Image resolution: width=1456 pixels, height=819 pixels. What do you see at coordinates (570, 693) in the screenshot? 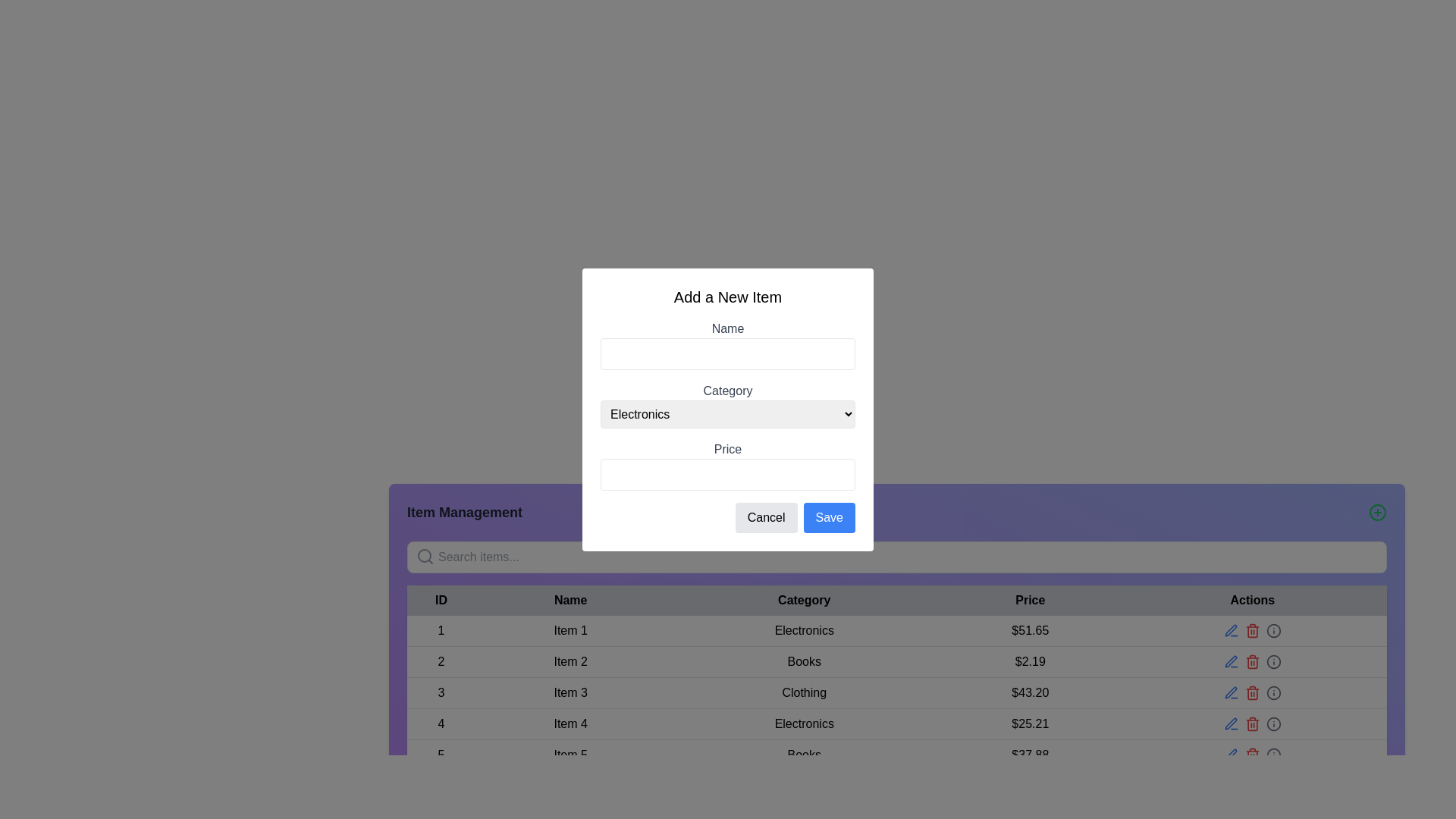
I see `the text label 'Item 3' located in the third row under the 'Name' column of the Item Management interface` at bounding box center [570, 693].